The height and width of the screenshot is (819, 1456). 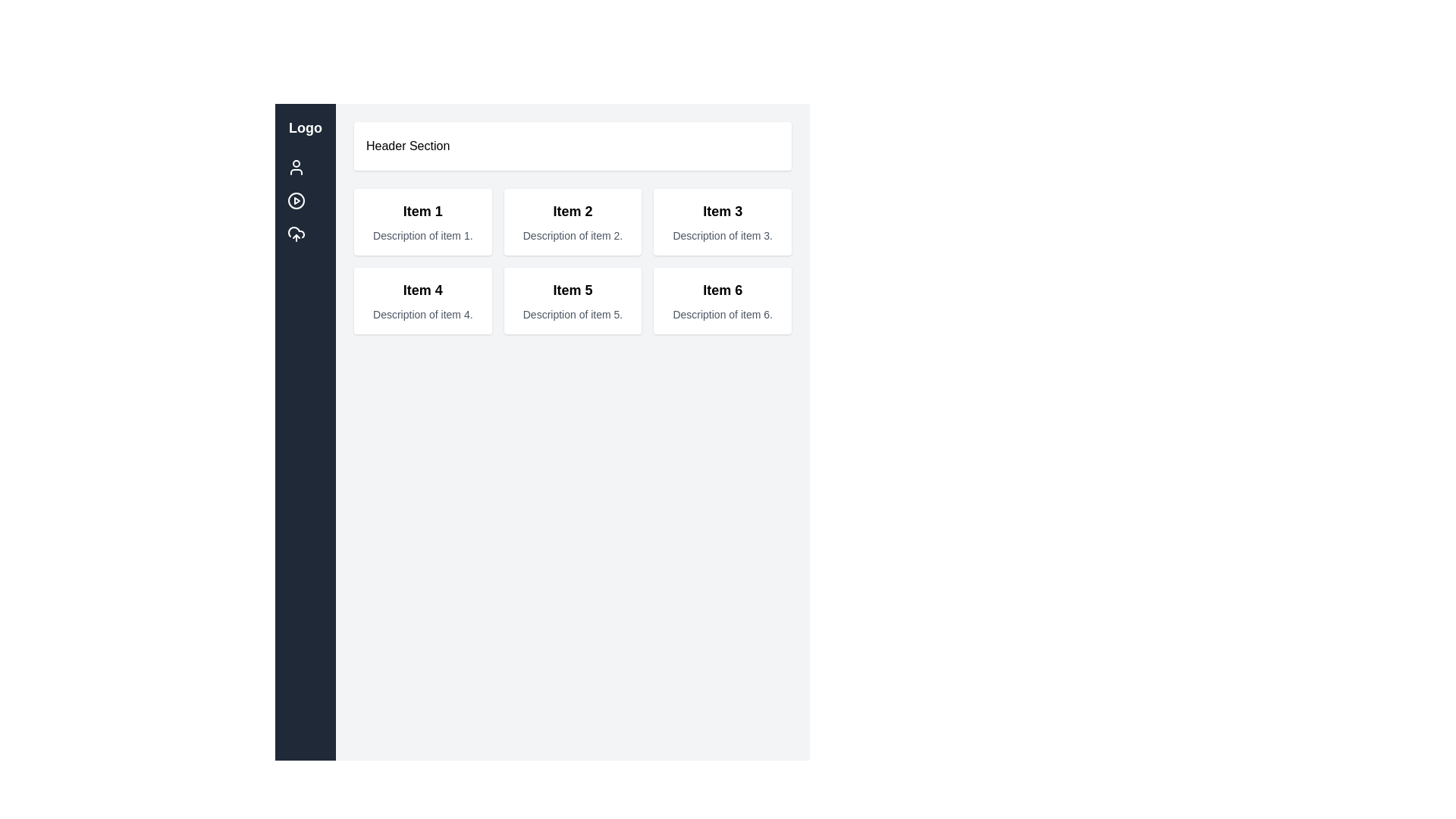 What do you see at coordinates (722, 290) in the screenshot?
I see `text label 'Item 6' which is displayed in bold, large font as part of the bottom-right card in a grid layout of items` at bounding box center [722, 290].